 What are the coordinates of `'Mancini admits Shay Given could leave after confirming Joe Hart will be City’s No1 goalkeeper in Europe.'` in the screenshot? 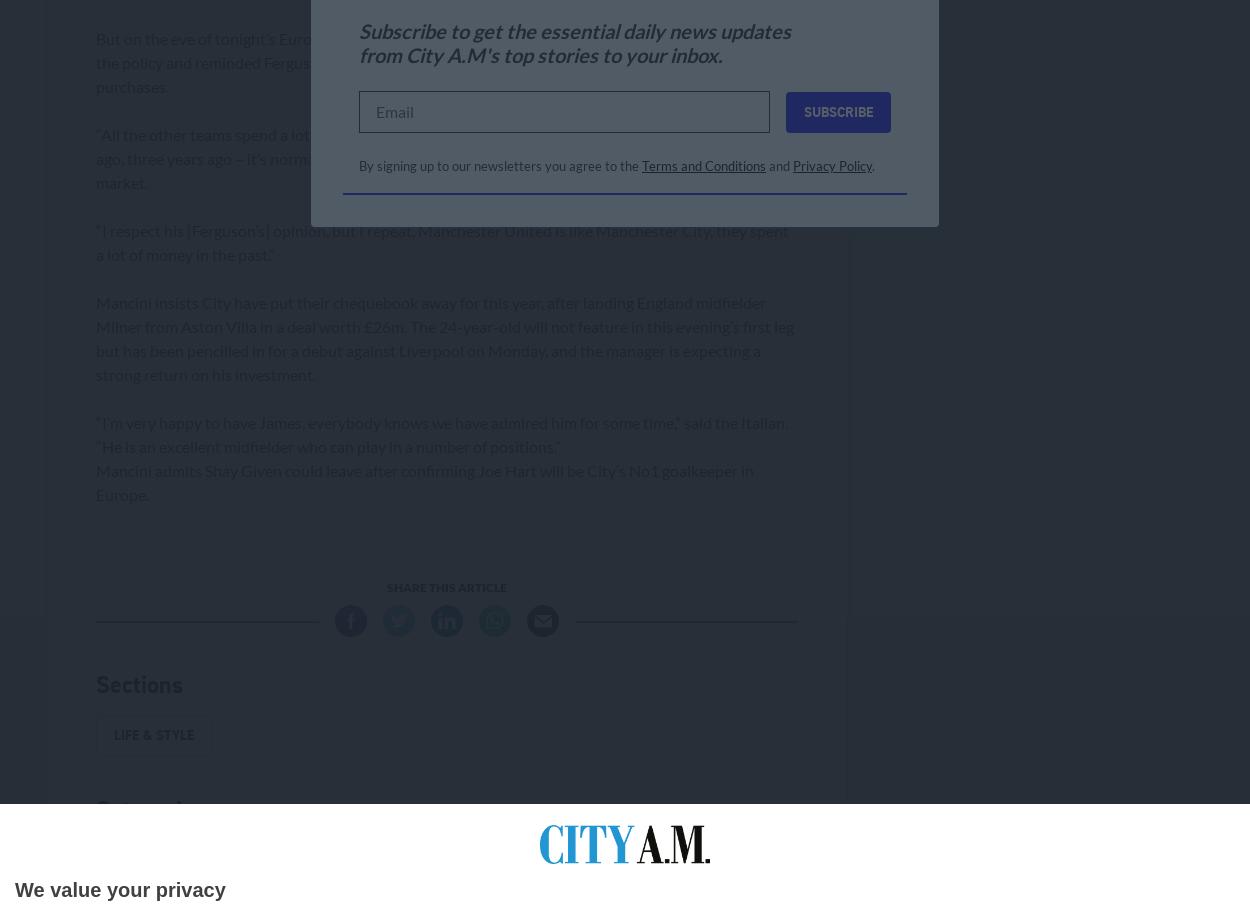 It's located at (94, 480).